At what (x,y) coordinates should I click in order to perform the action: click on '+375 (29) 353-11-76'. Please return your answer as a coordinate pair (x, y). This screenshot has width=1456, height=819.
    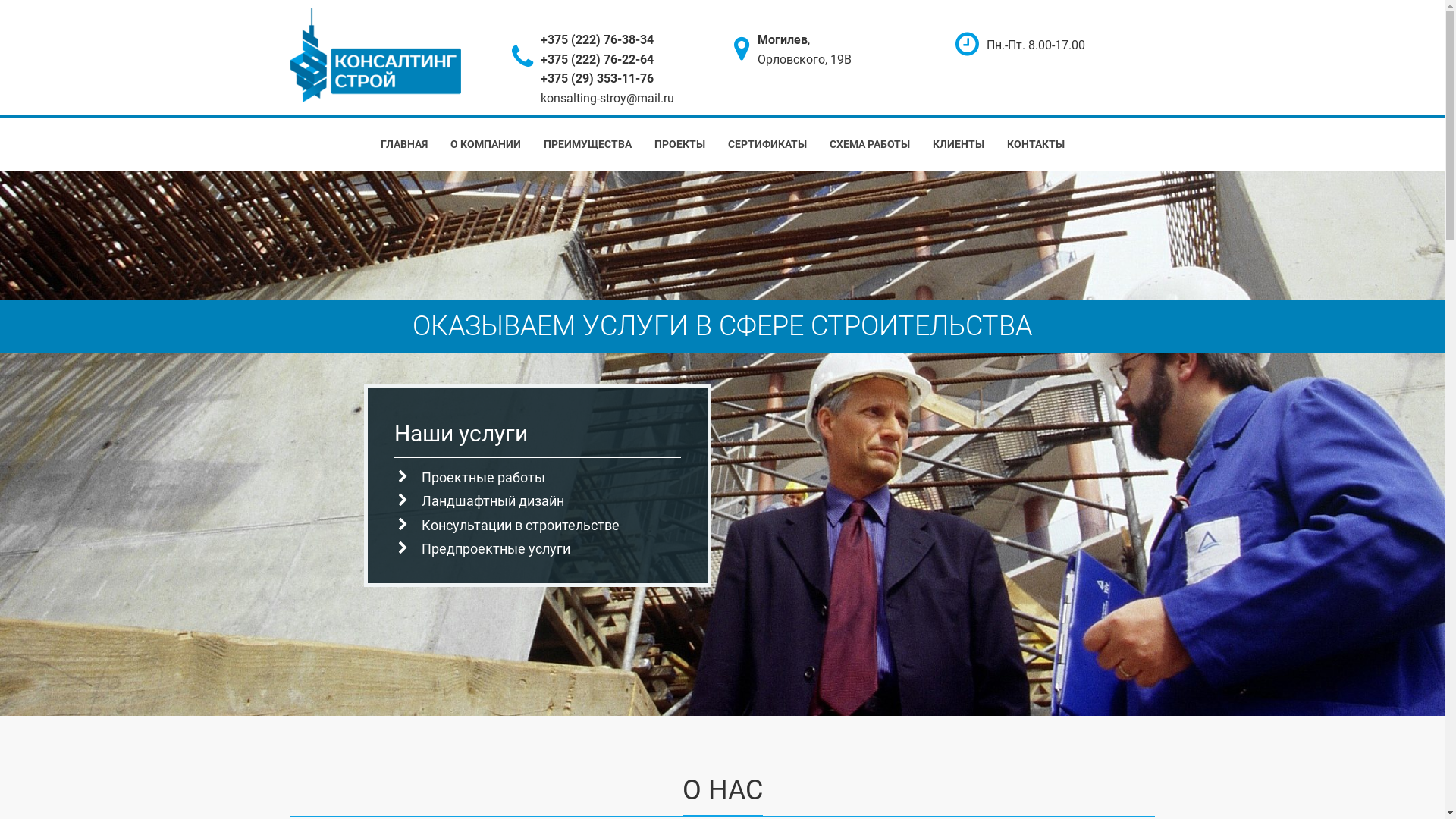
    Looking at the image, I should click on (596, 78).